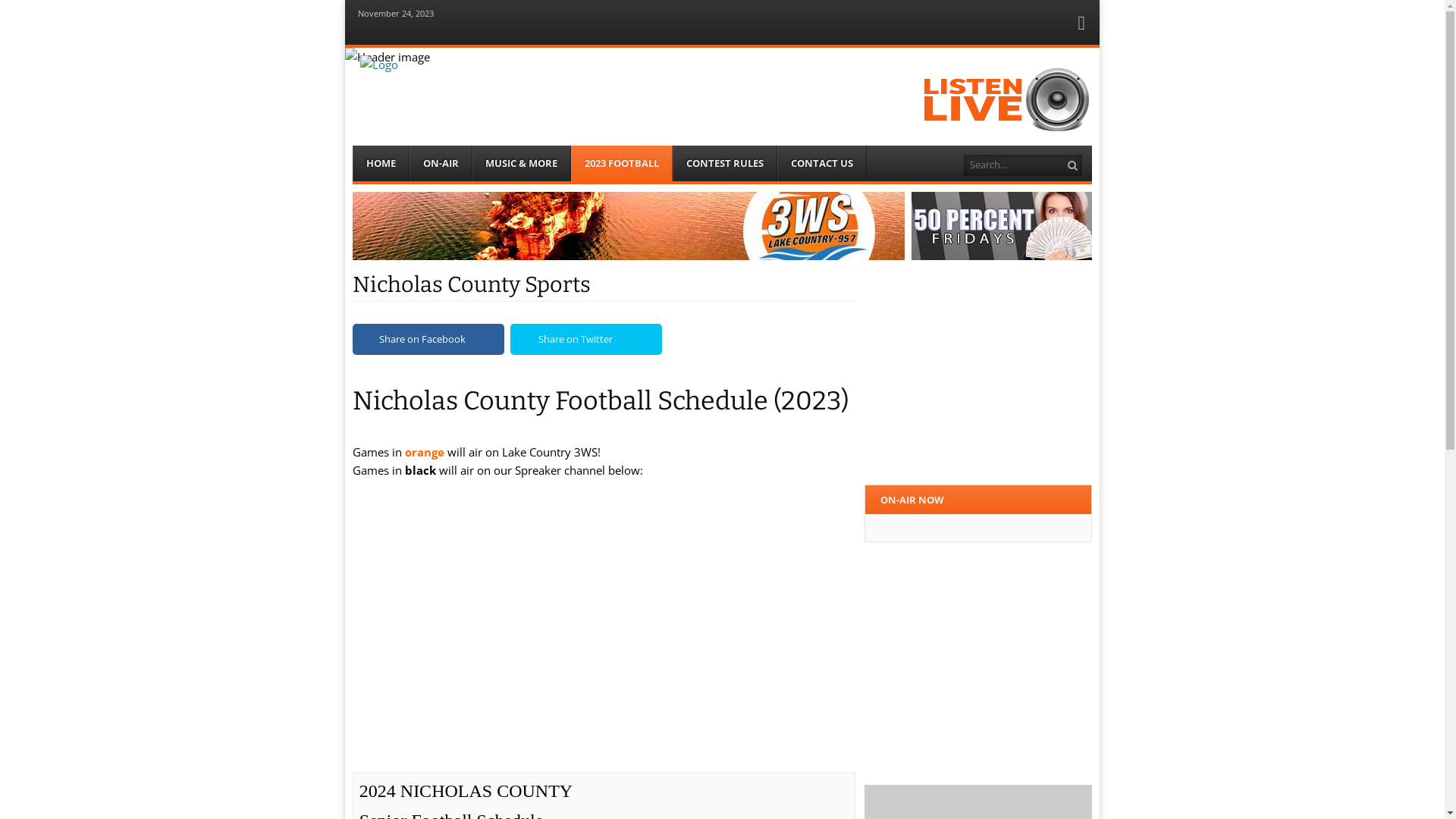 This screenshot has height=819, width=1456. I want to click on '2023 FOOTBALL', so click(622, 163).